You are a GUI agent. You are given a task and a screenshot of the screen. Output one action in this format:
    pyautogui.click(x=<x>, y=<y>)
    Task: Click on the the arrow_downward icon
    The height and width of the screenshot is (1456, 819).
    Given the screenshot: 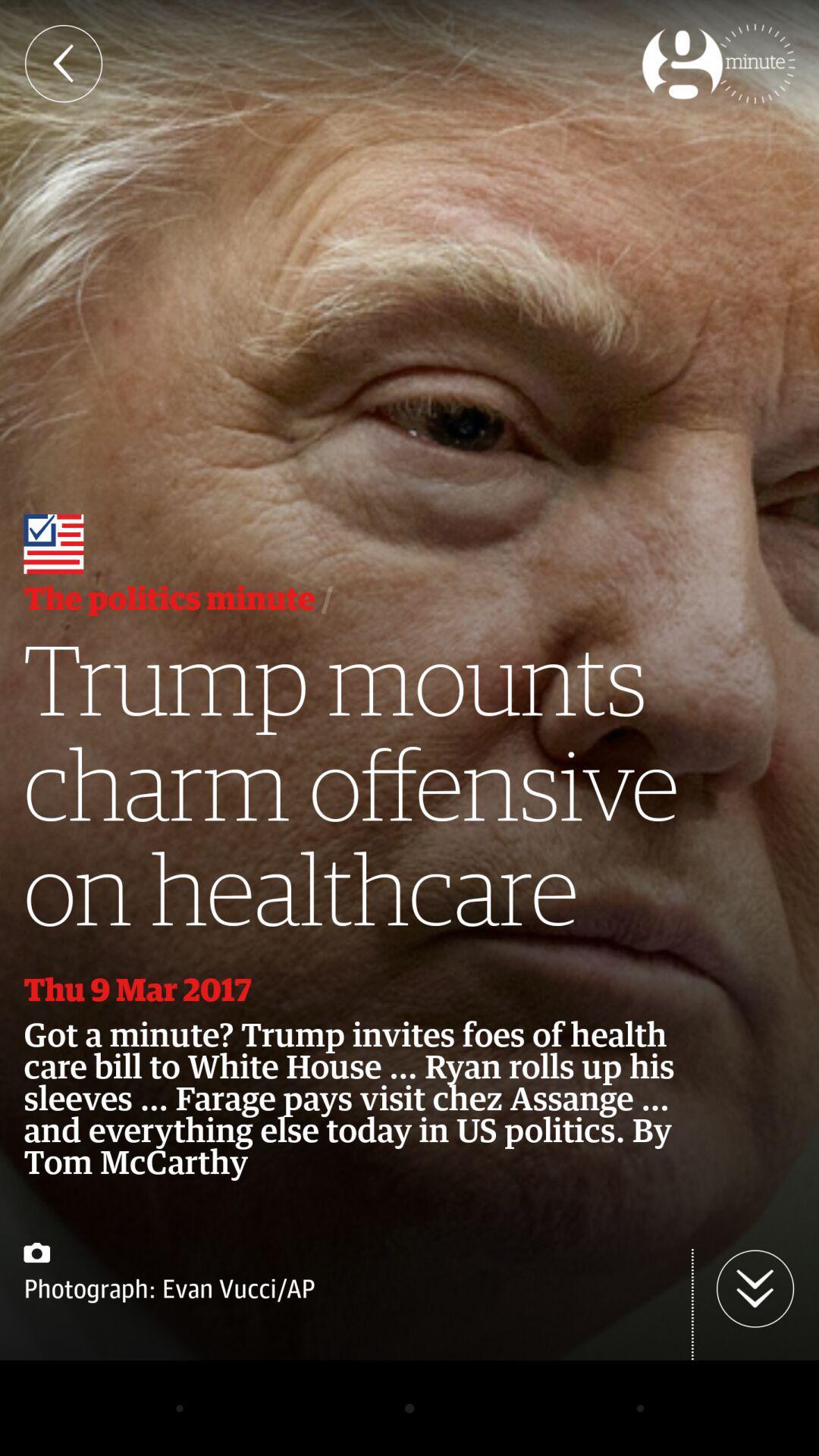 What is the action you would take?
    pyautogui.click(x=755, y=1288)
    